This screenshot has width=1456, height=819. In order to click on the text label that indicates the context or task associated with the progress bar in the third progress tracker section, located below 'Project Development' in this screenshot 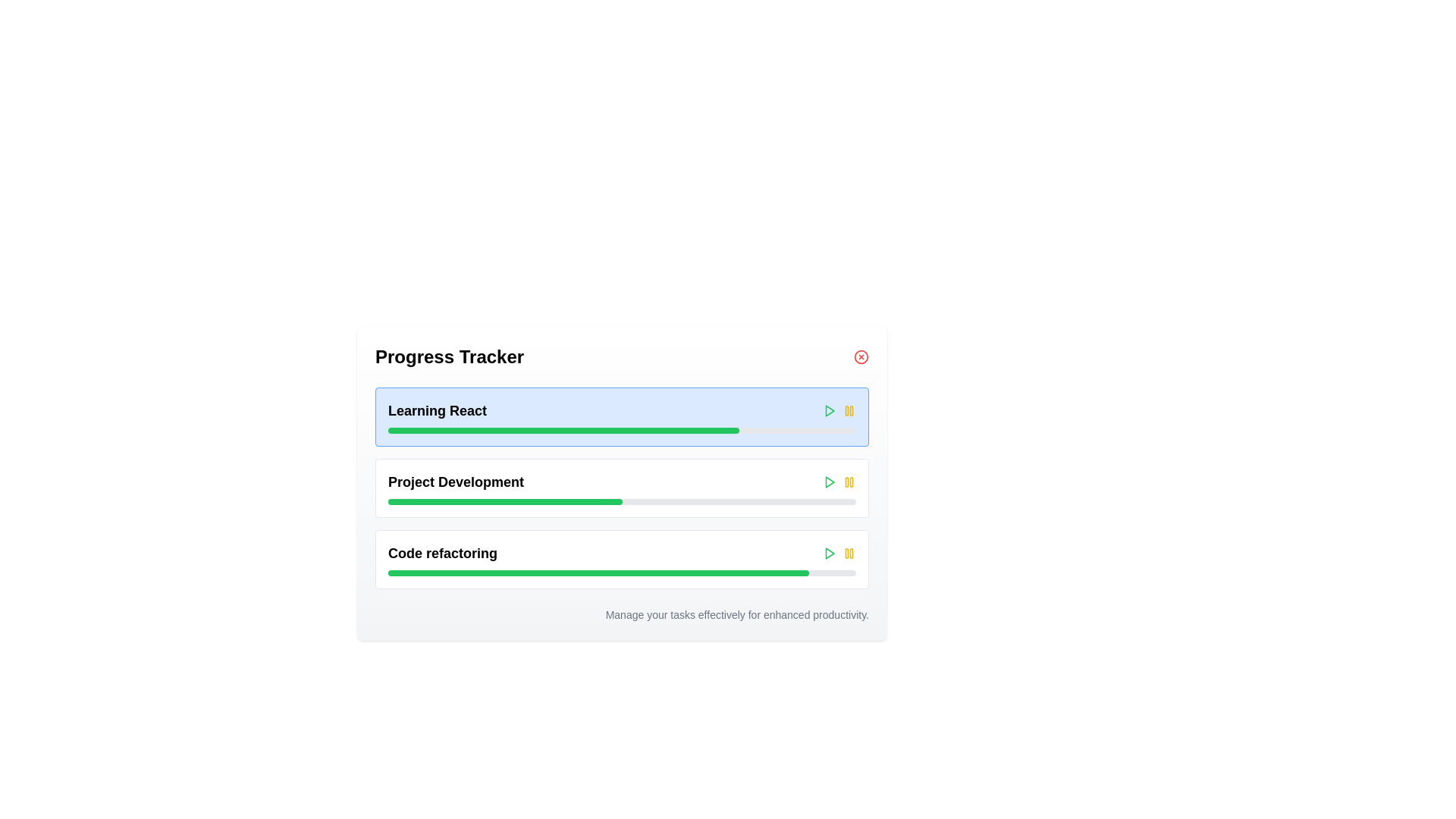, I will do `click(442, 553)`.